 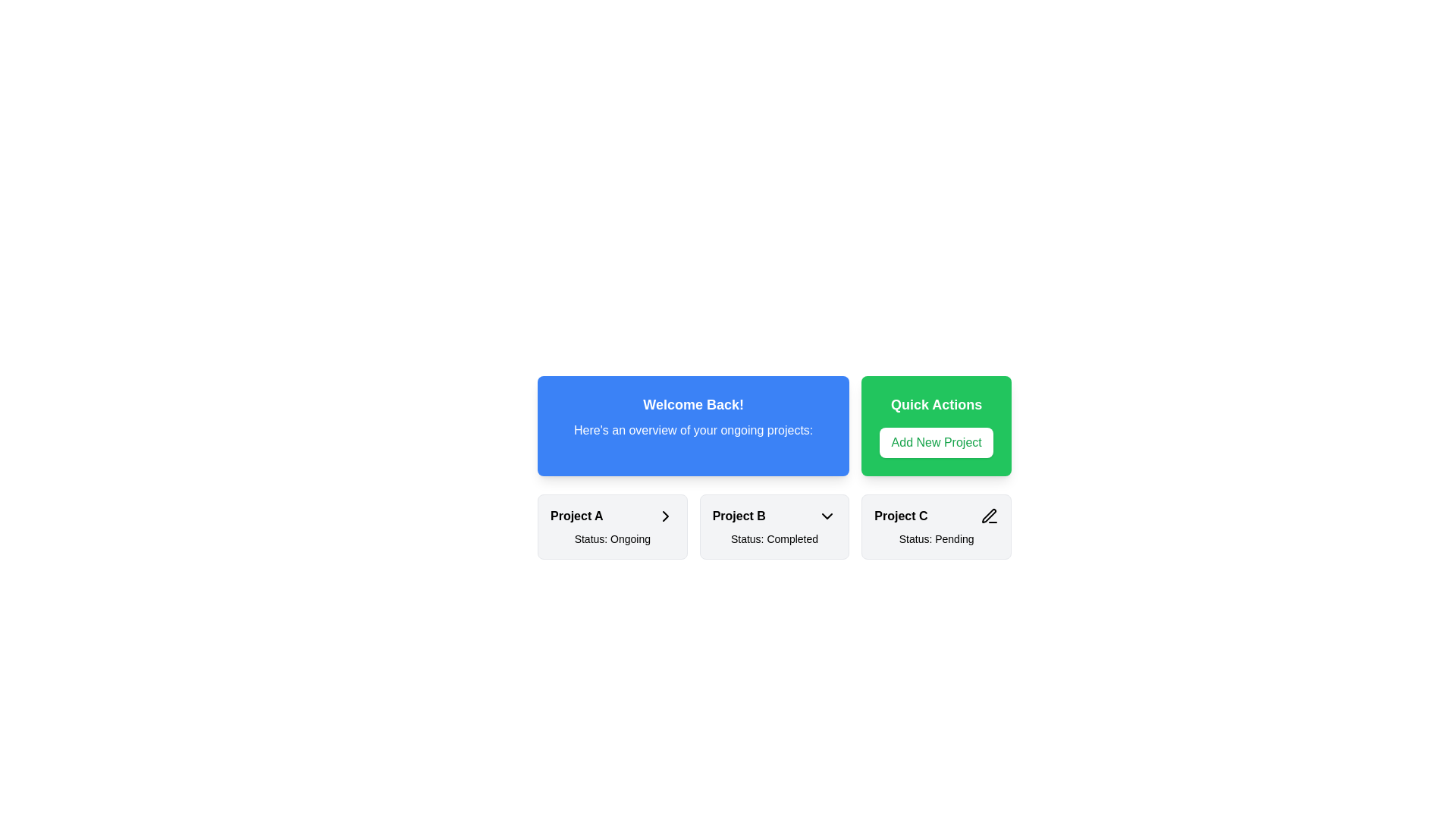 What do you see at coordinates (990, 516) in the screenshot?
I see `the edit icon resembling a pen and a line, located at the top-right corner of the 'Project C' card` at bounding box center [990, 516].